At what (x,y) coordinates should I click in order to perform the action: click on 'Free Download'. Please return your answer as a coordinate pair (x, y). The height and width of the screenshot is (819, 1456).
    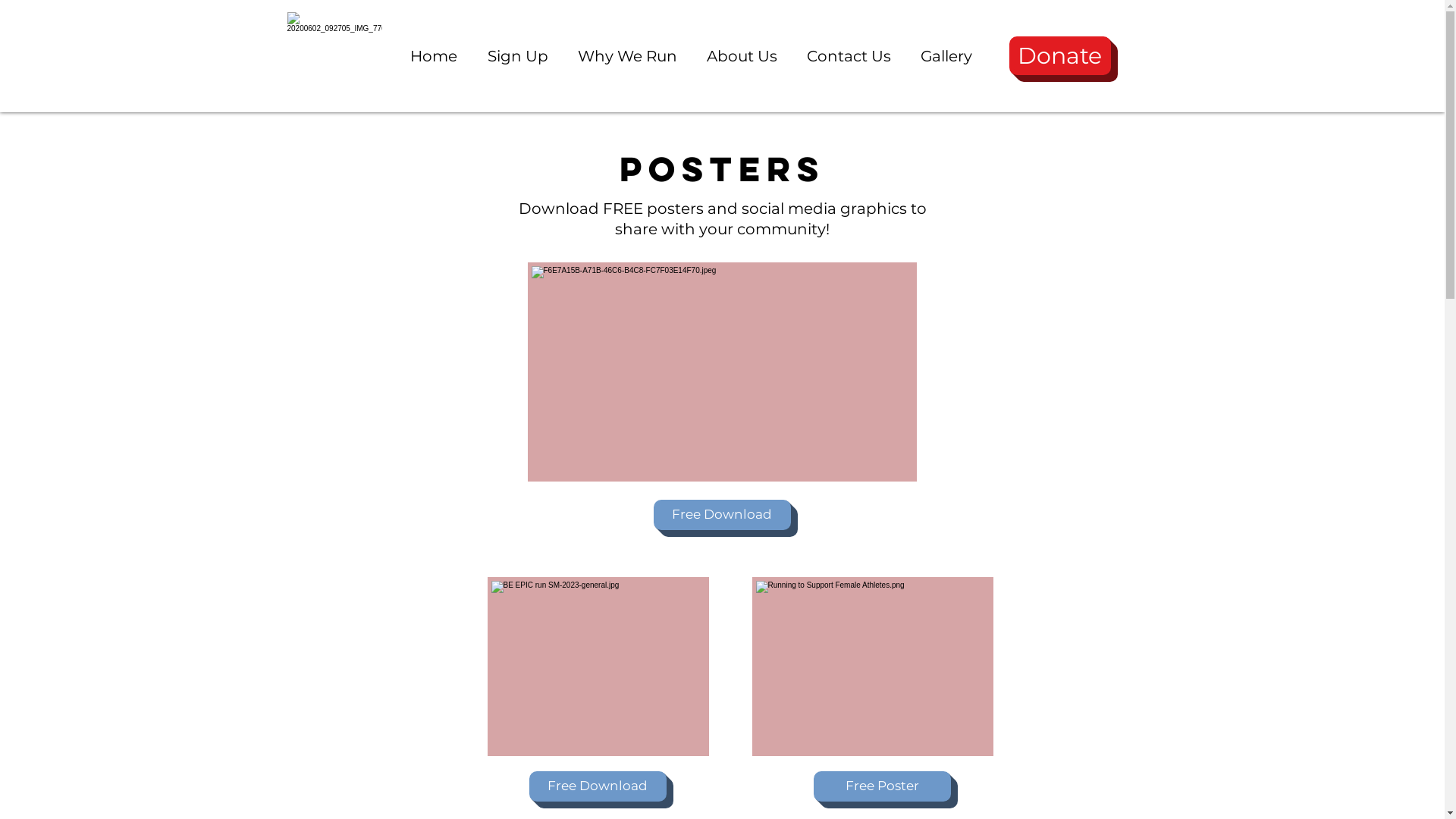
    Looking at the image, I should click on (529, 786).